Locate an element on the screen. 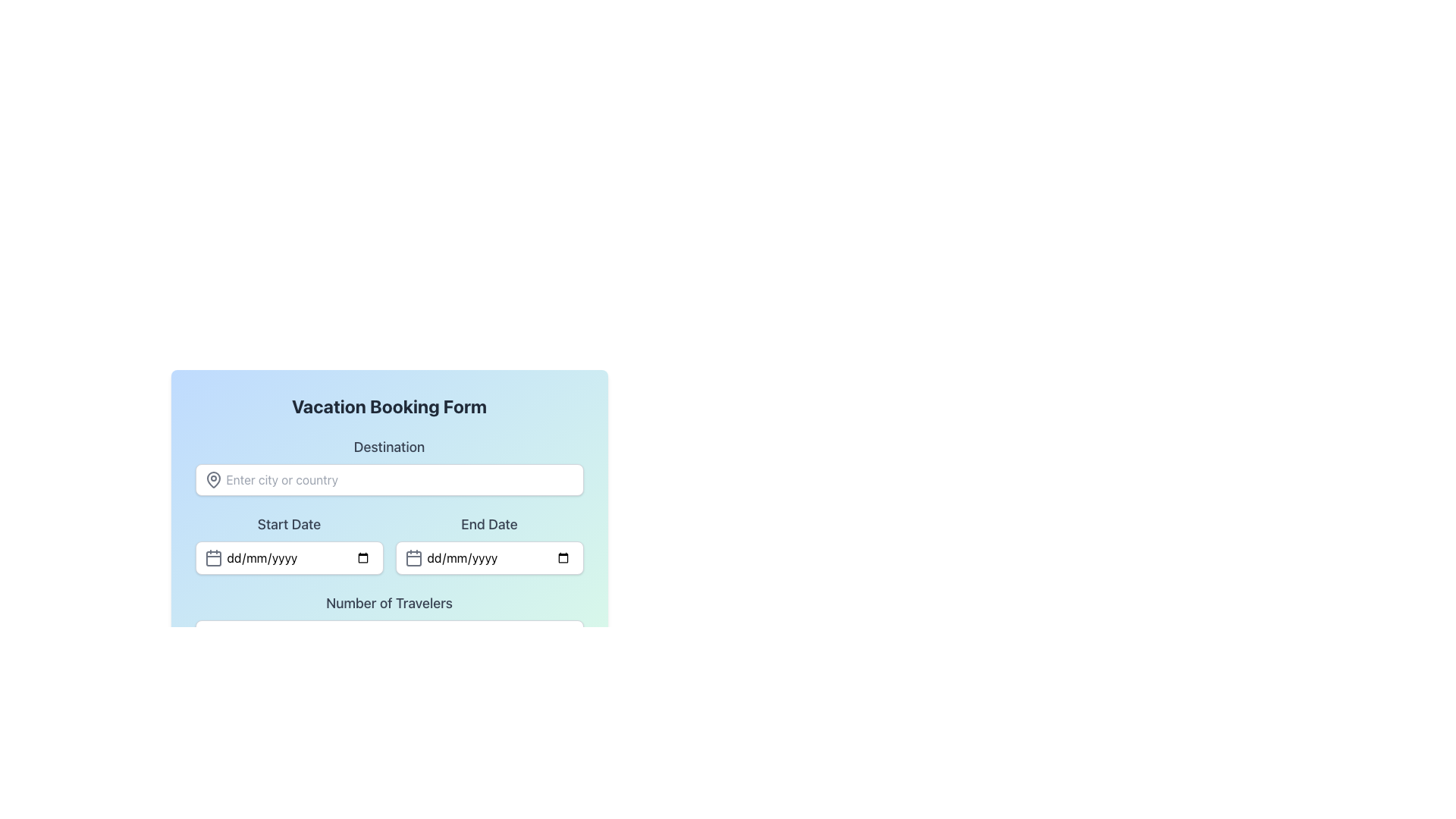  the 'Start Date' Text Label in the 'Vacation Booking Form', which is positioned to the left of the 'End Date' label is located at coordinates (289, 523).